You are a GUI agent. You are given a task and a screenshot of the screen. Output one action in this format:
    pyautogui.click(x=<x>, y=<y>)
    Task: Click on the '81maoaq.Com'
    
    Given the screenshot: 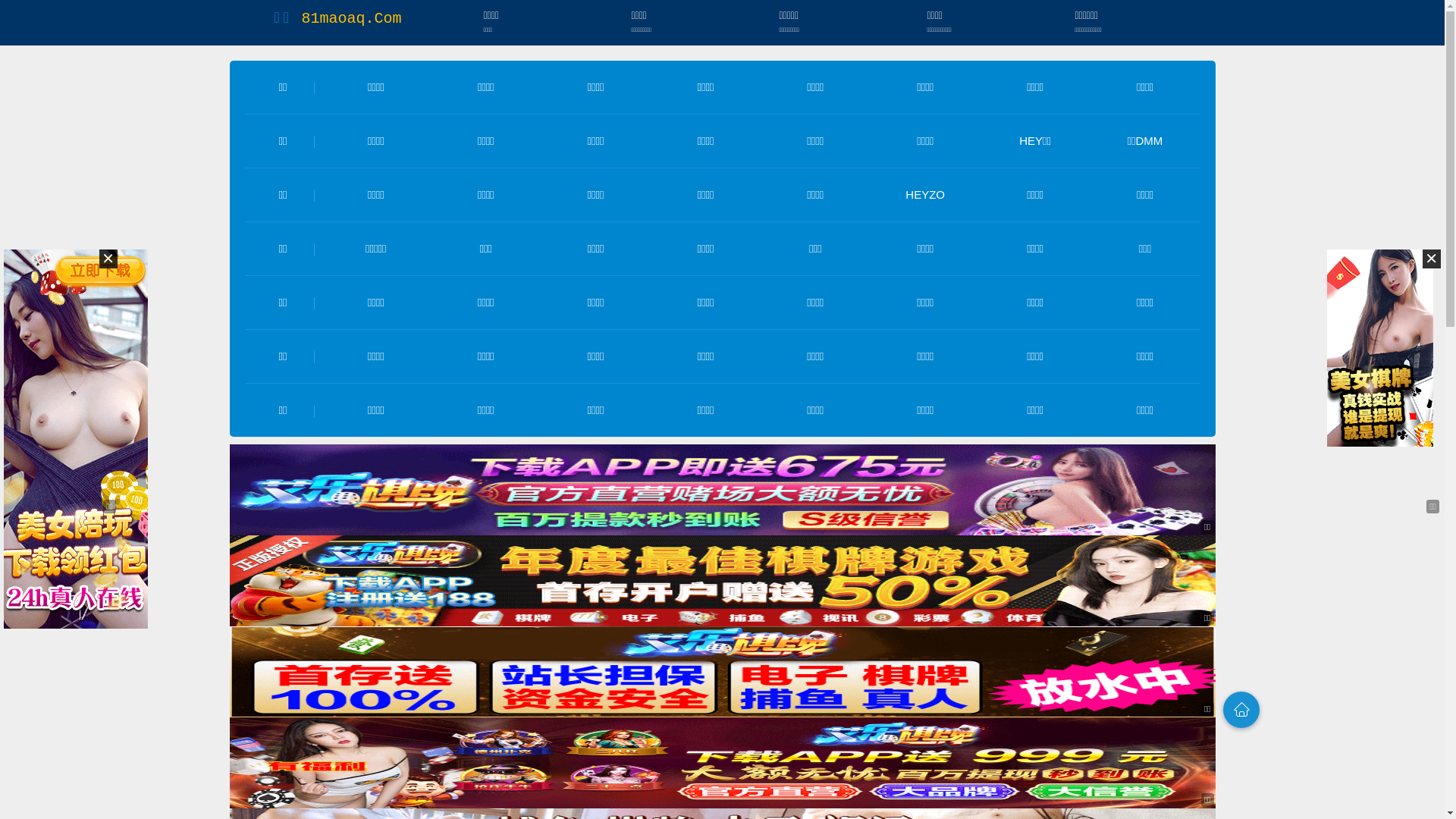 What is the action you would take?
    pyautogui.click(x=350, y=18)
    